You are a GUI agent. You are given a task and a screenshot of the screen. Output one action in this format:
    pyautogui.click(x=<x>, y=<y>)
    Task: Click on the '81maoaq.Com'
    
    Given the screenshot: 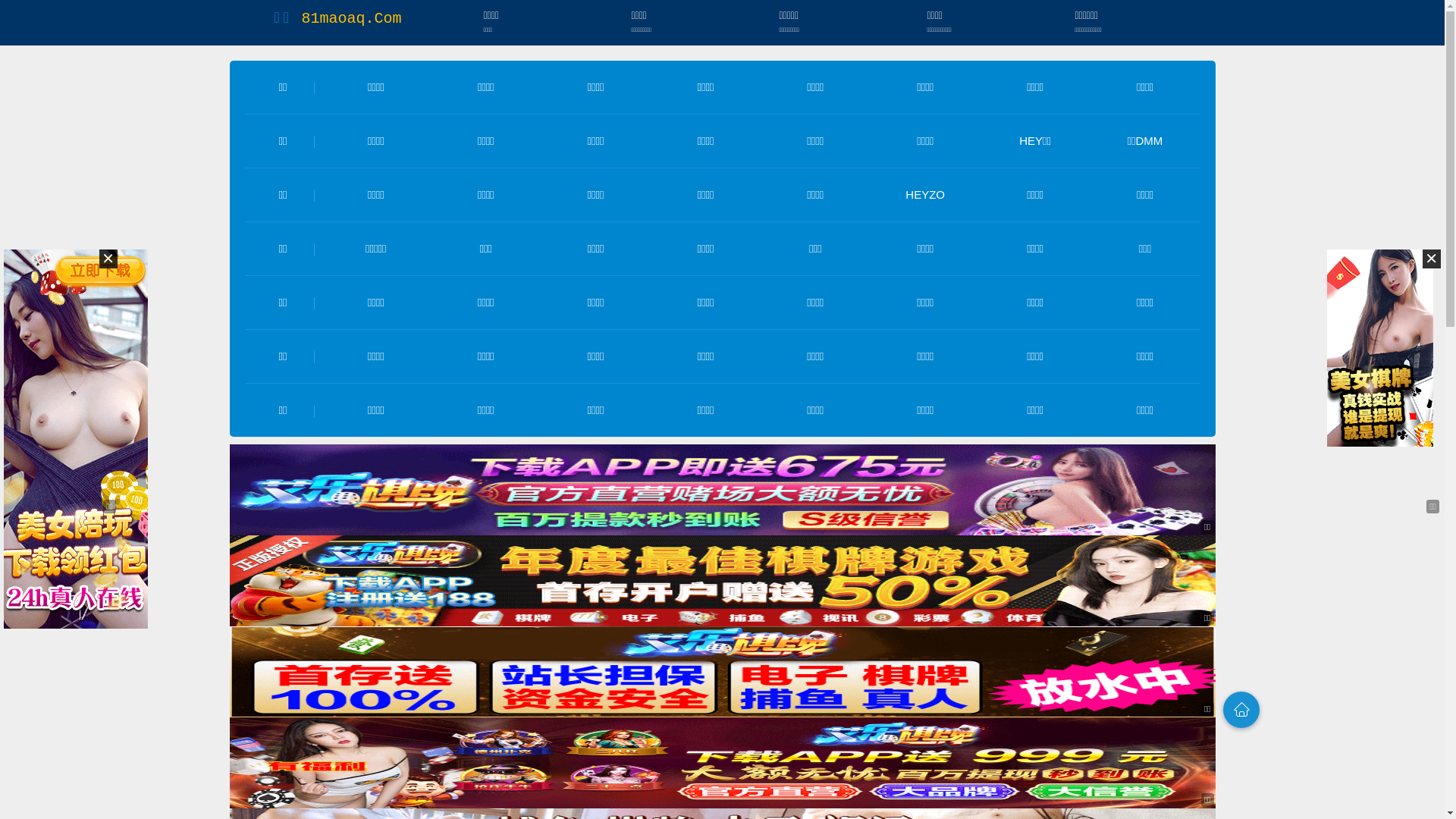 What is the action you would take?
    pyautogui.click(x=350, y=18)
    